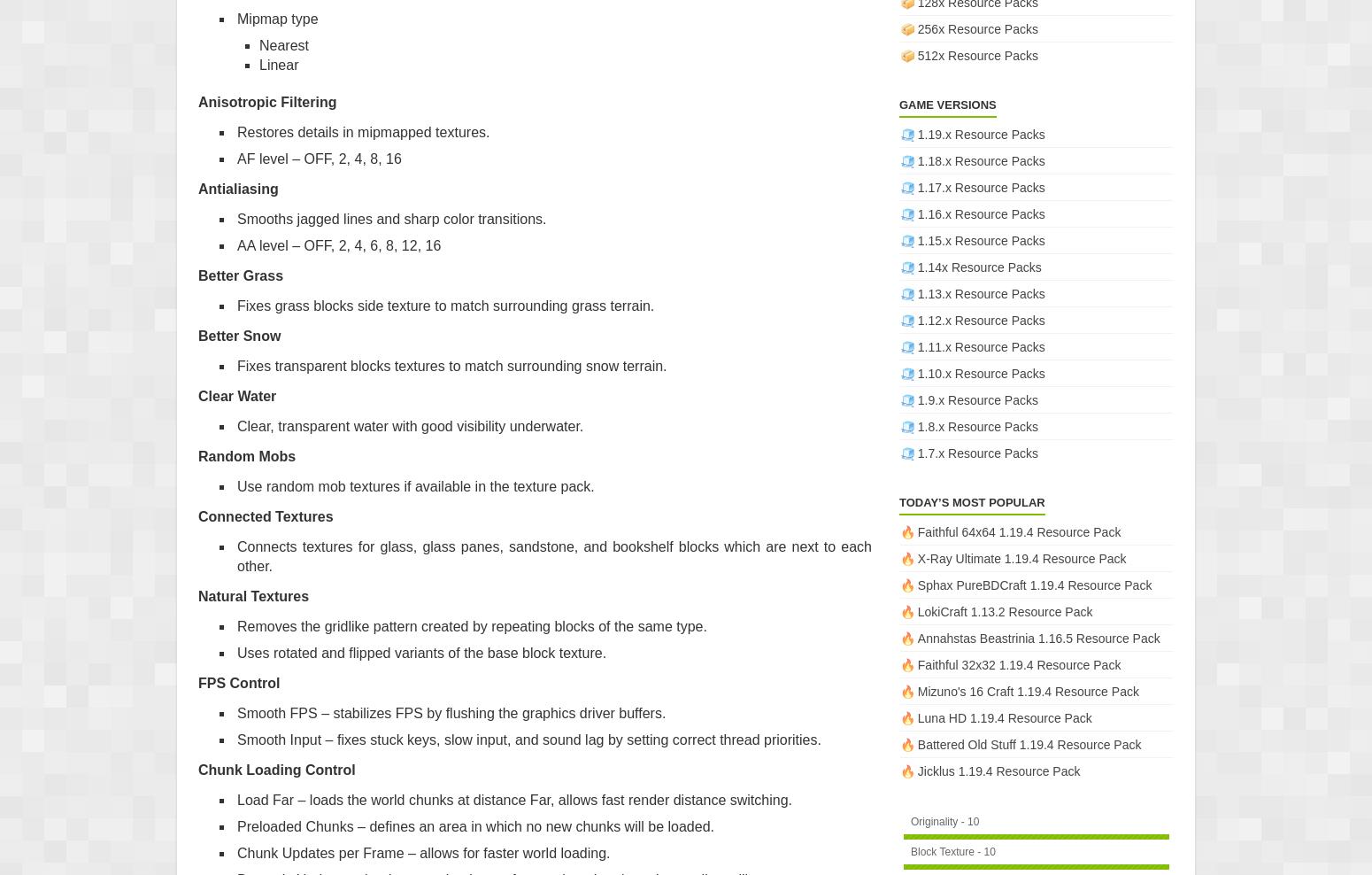  I want to click on '1.13.x Resource Packs', so click(979, 293).